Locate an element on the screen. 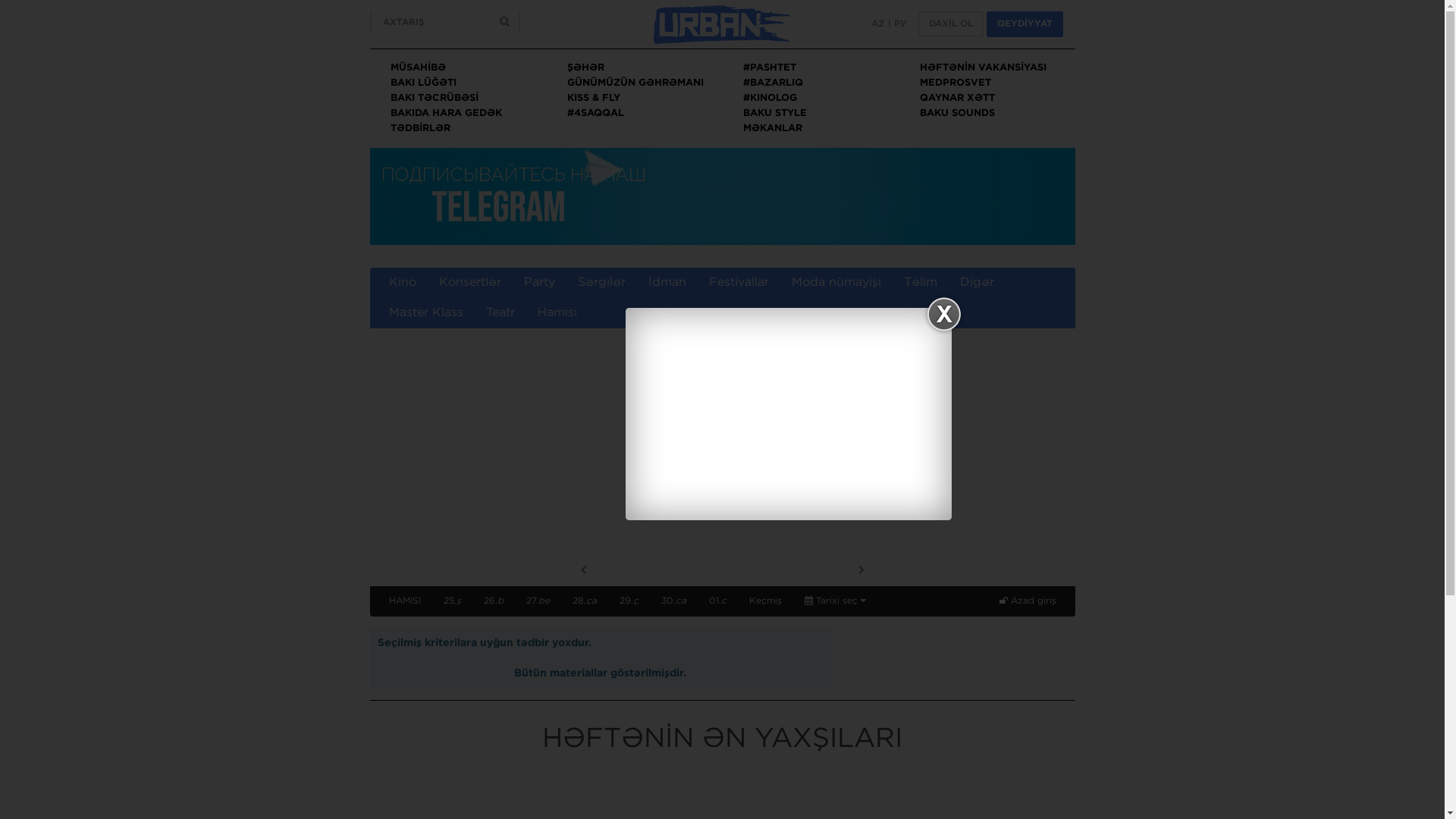 The height and width of the screenshot is (819, 1456). '#PASHTET' is located at coordinates (769, 67).